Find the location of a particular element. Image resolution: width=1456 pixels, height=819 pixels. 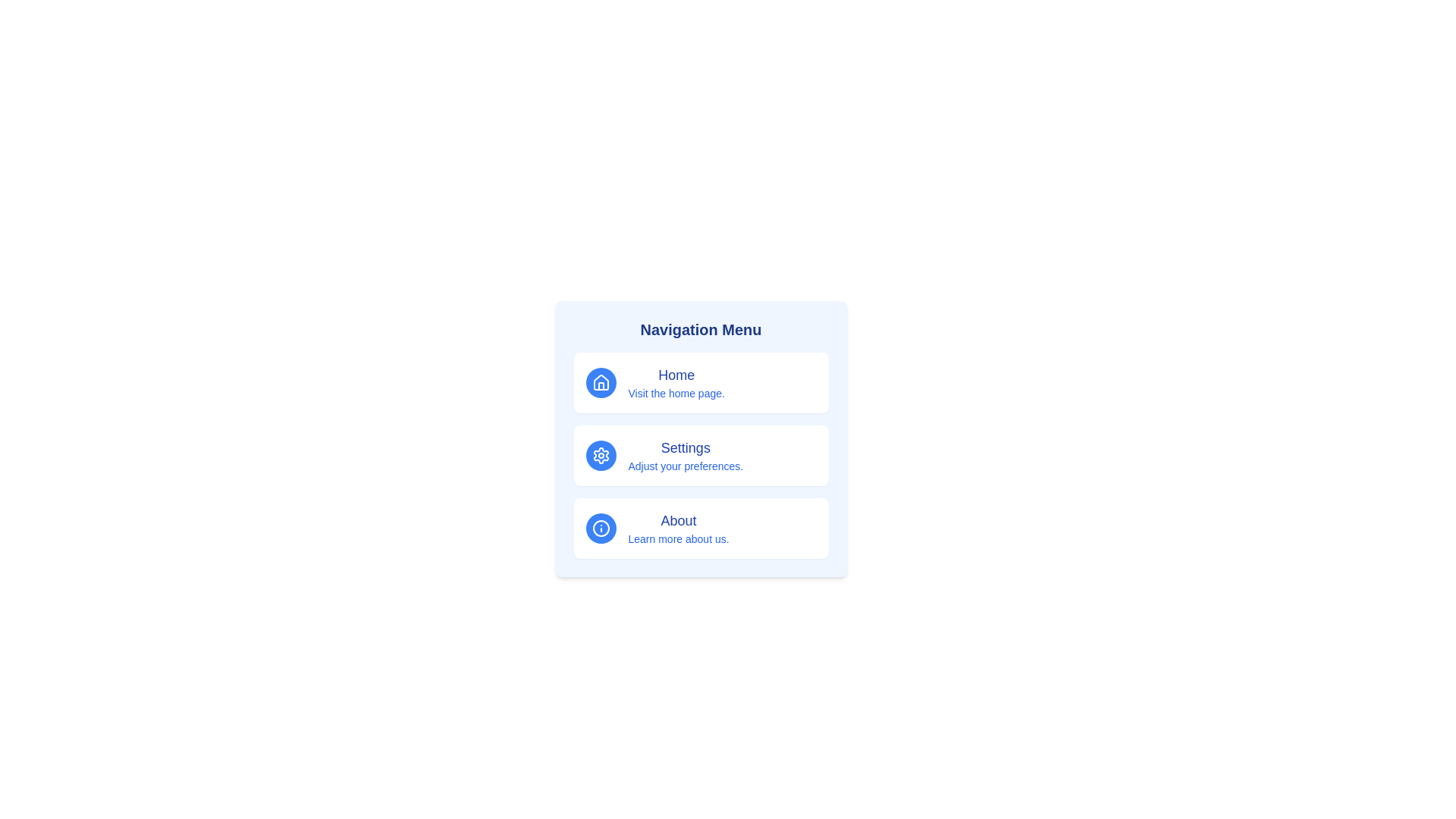

the 'About' button which features a blue circular icon with an 'i' symbol and two lines of text, to read its description is located at coordinates (700, 528).